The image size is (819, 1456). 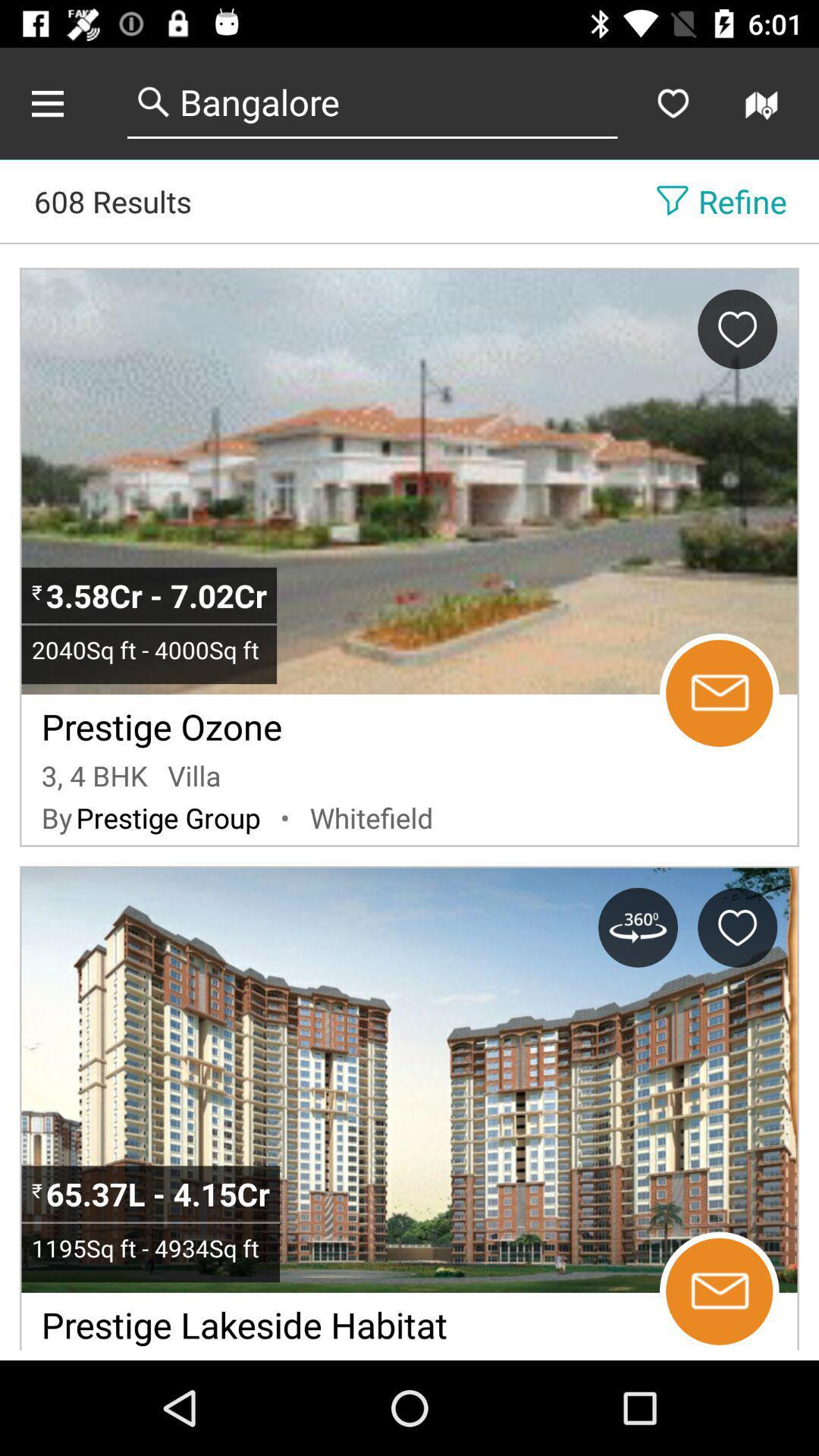 What do you see at coordinates (672, 102) in the screenshot?
I see `make as a favorite search` at bounding box center [672, 102].